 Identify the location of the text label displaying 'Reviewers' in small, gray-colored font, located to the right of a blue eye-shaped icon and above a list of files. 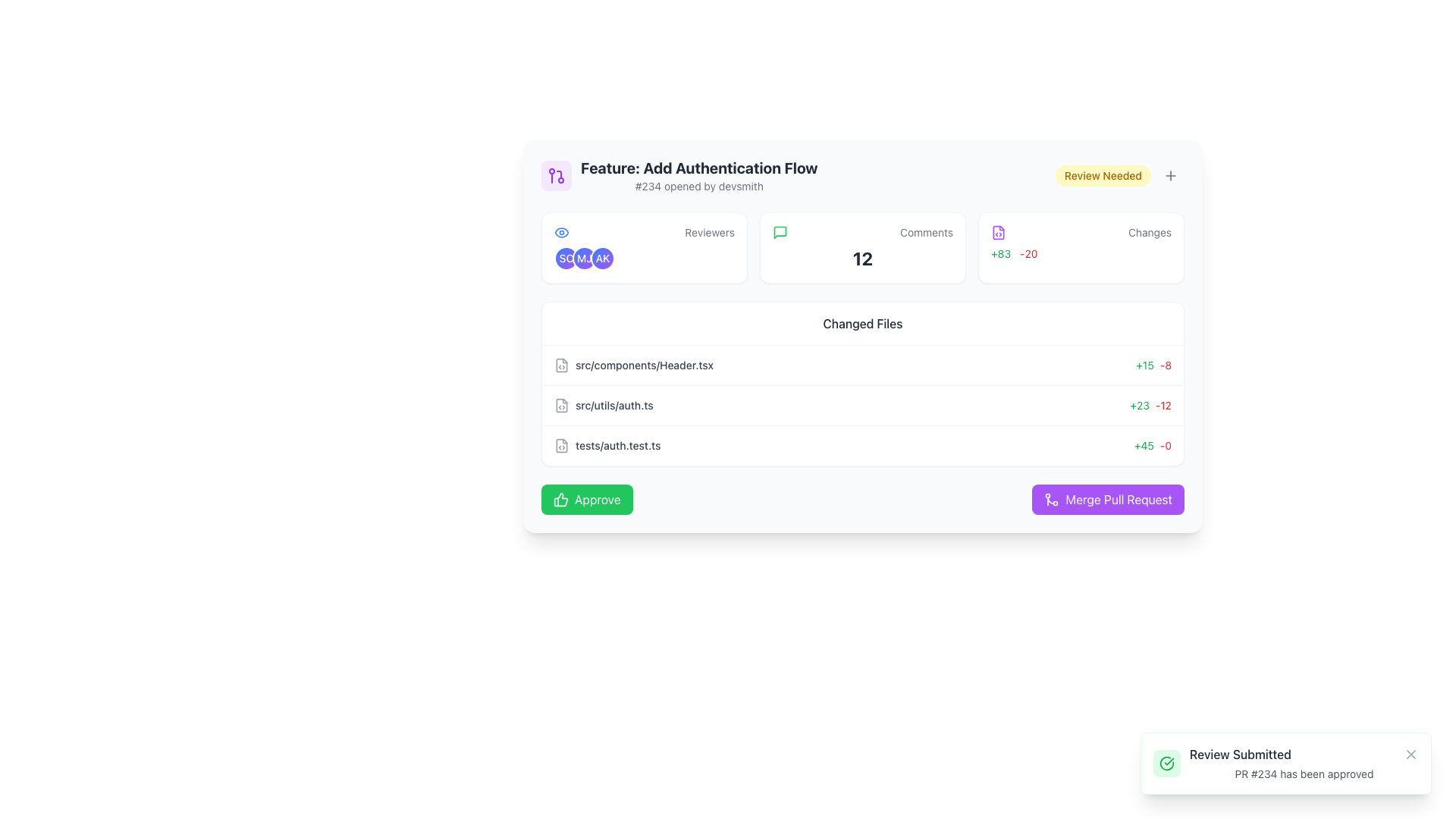
(709, 233).